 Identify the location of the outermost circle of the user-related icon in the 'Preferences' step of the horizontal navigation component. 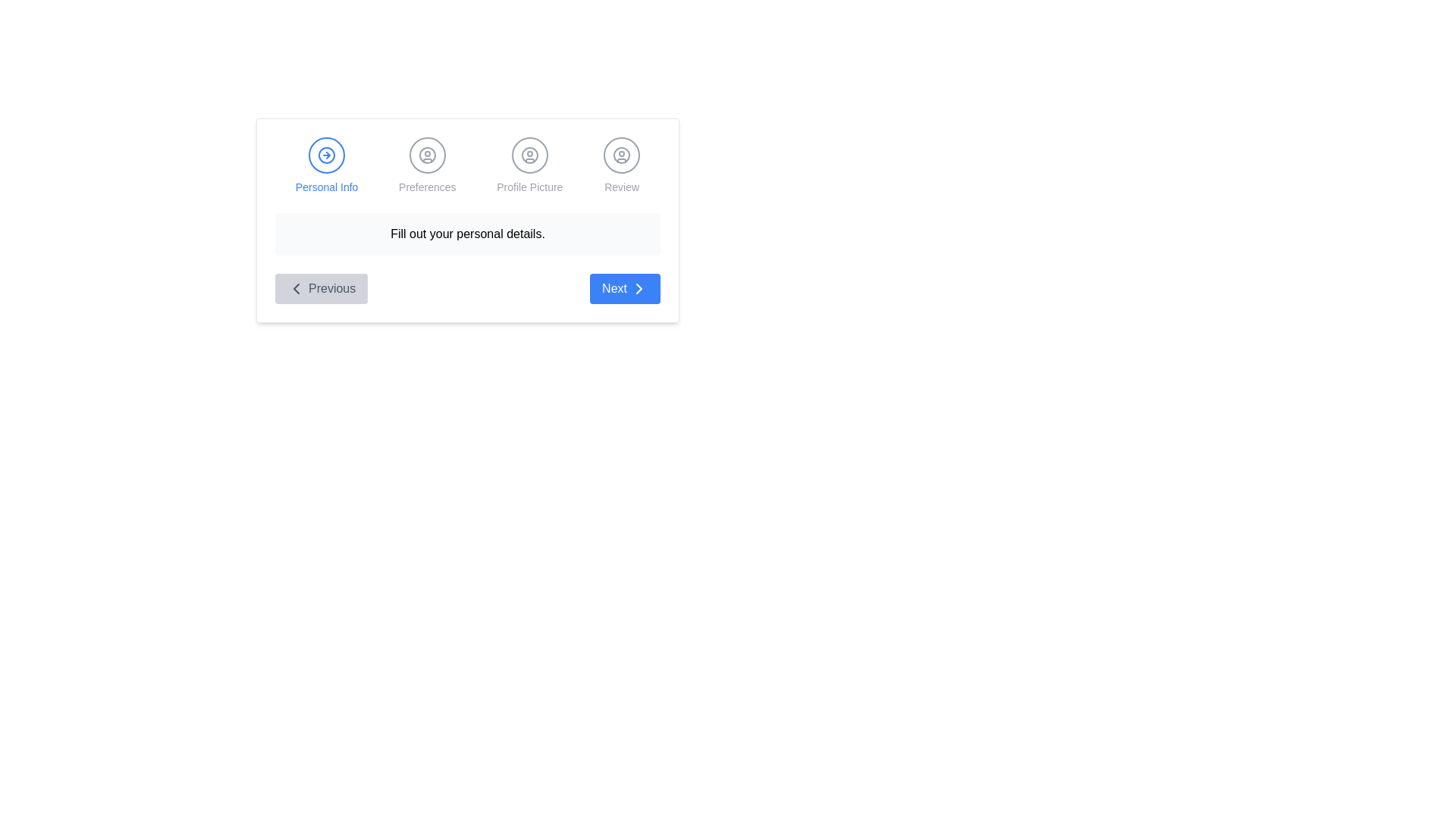
(426, 155).